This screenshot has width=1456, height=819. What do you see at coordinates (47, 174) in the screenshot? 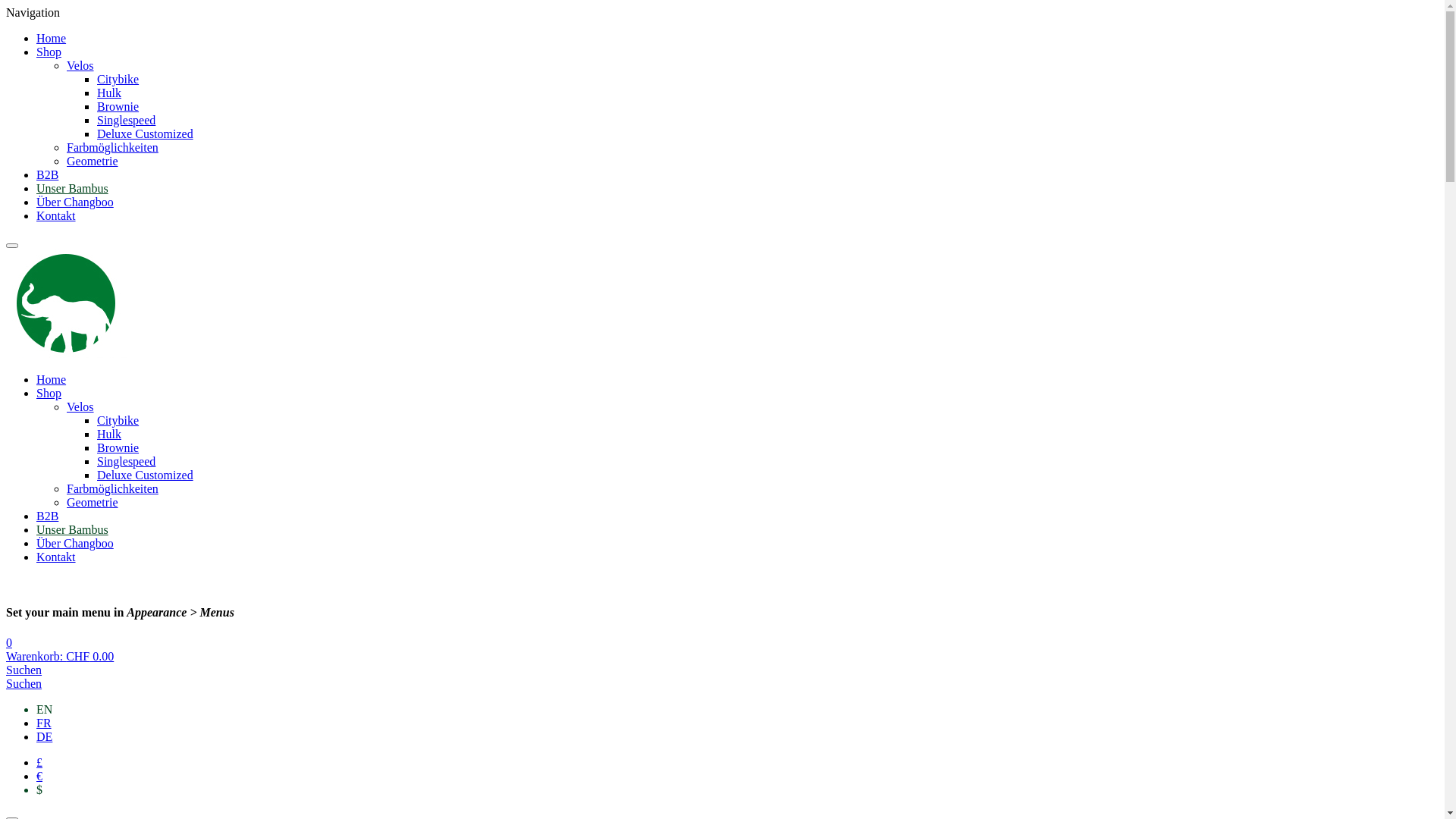
I see `'B2B'` at bounding box center [47, 174].